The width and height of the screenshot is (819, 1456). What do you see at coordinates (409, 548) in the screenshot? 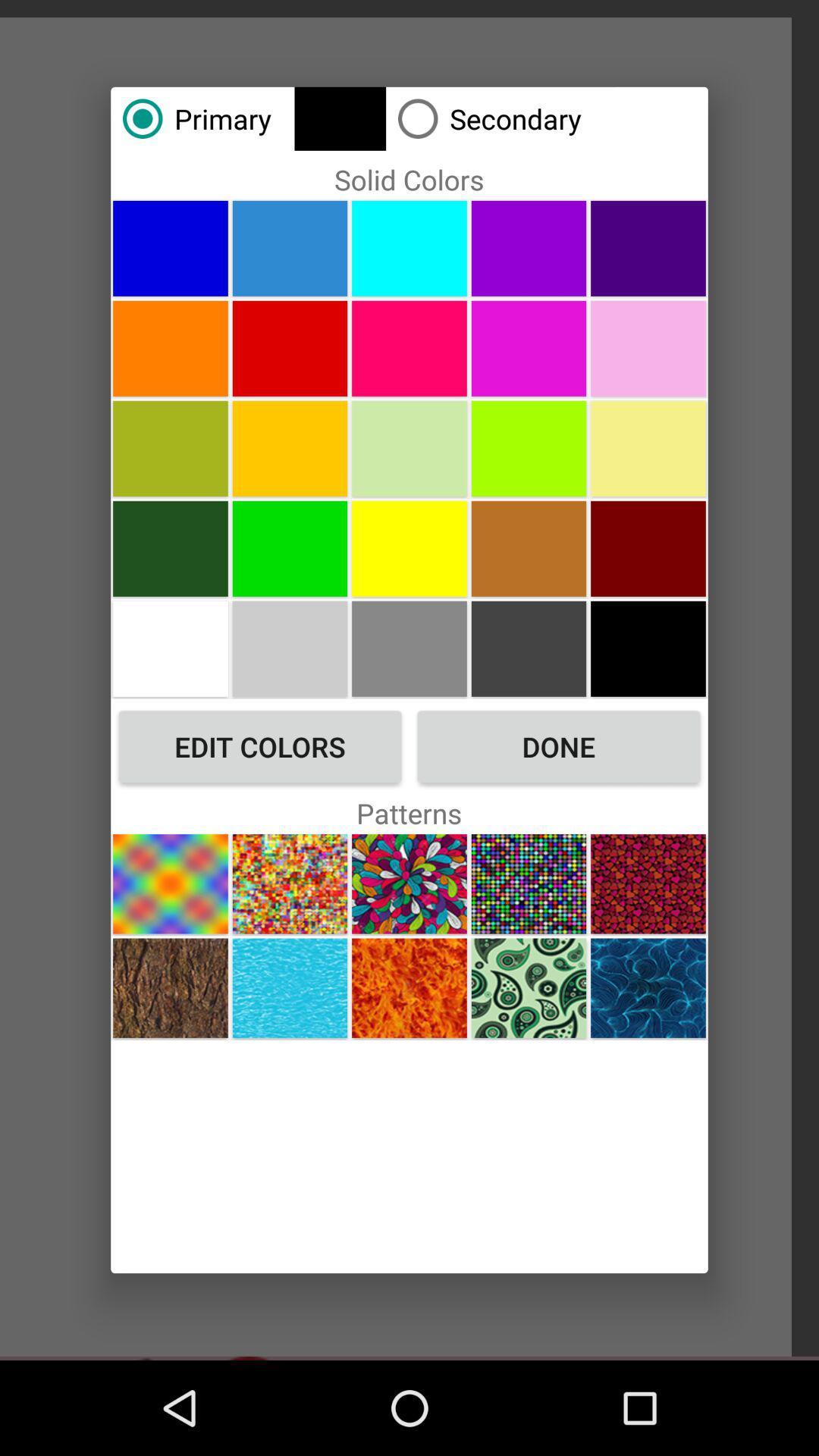
I see `choose color` at bounding box center [409, 548].